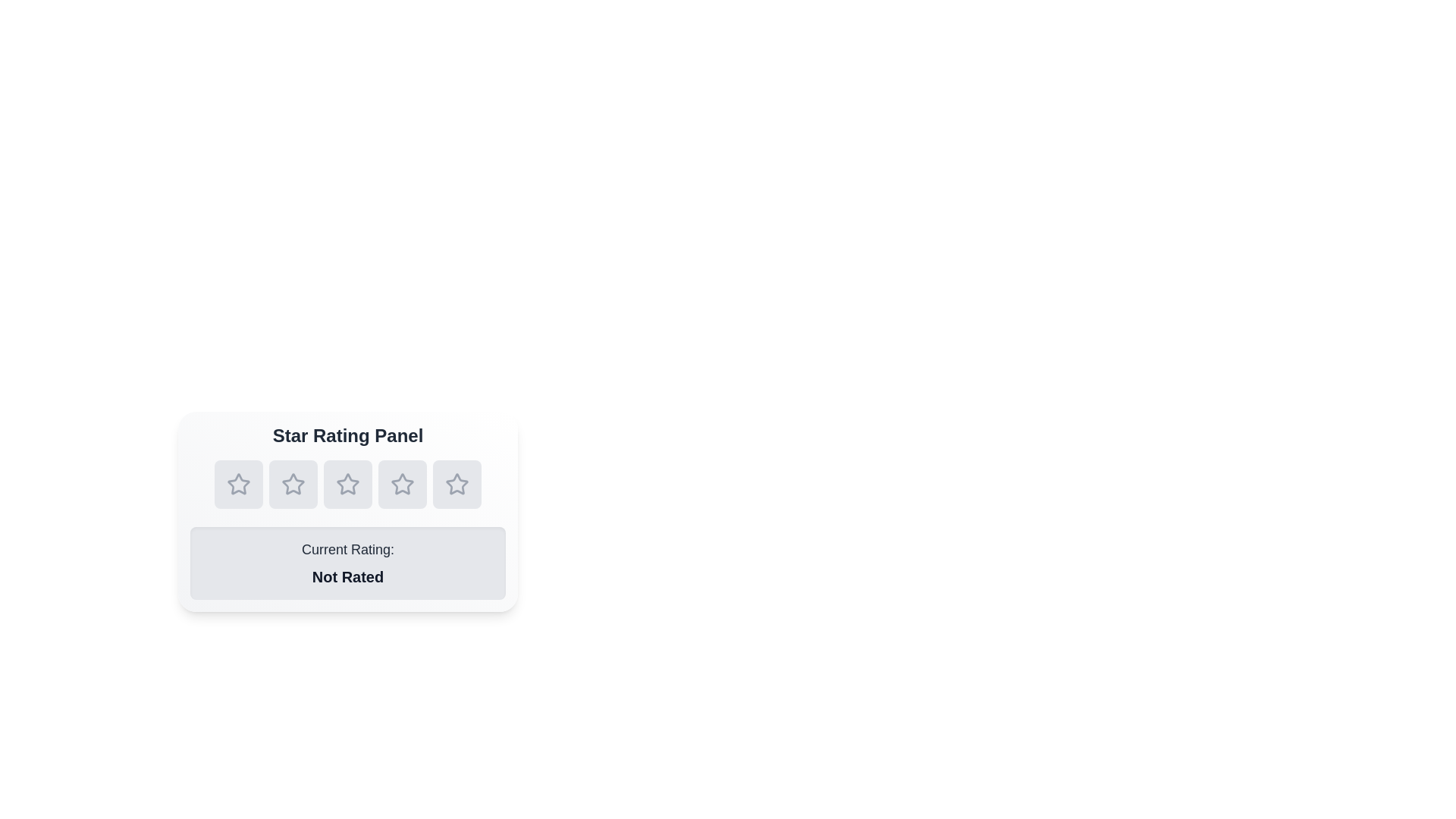 Image resolution: width=1456 pixels, height=819 pixels. I want to click on the third star, so click(347, 484).